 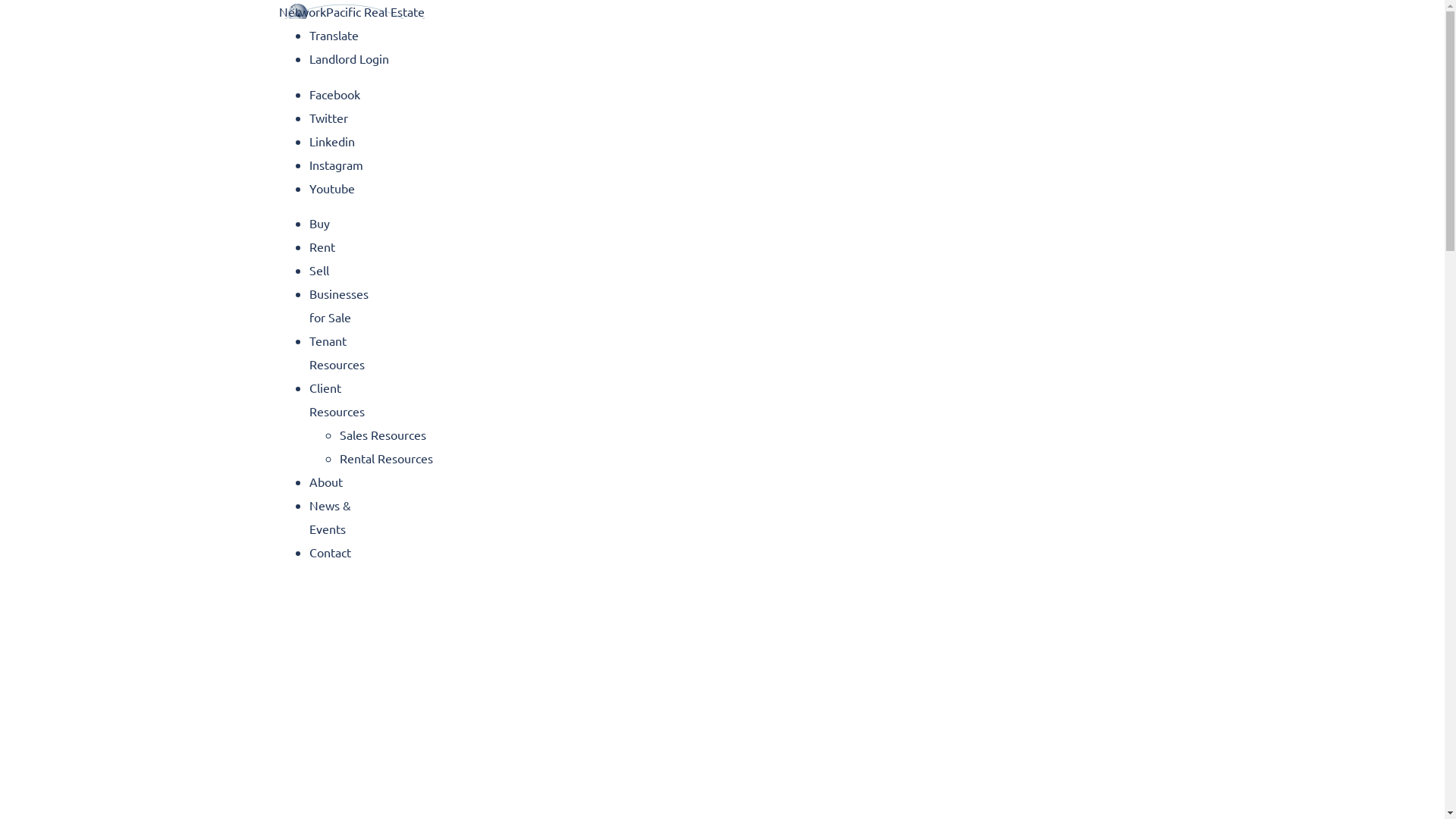 What do you see at coordinates (309, 352) in the screenshot?
I see `'Tenant` at bounding box center [309, 352].